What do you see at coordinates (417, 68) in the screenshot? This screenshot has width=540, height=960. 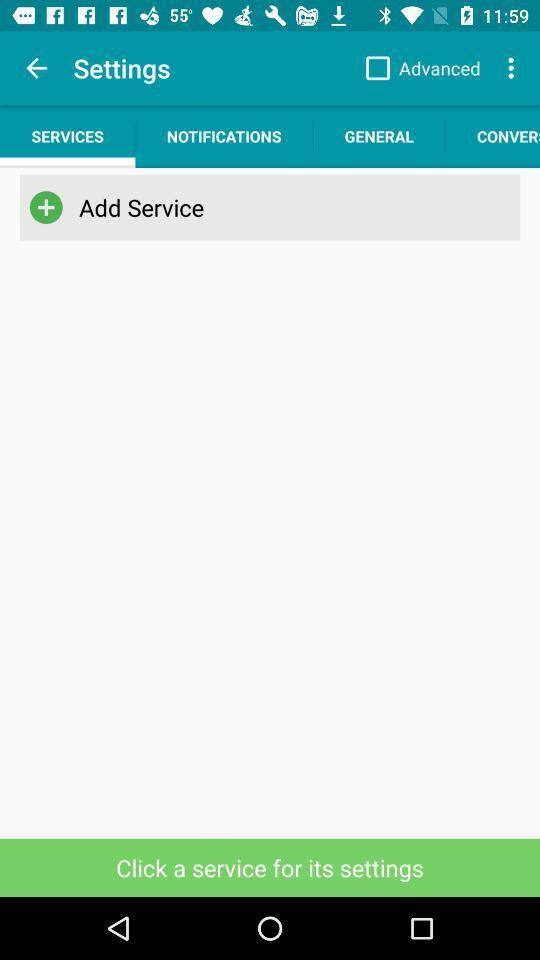 I see `the item above general item` at bounding box center [417, 68].